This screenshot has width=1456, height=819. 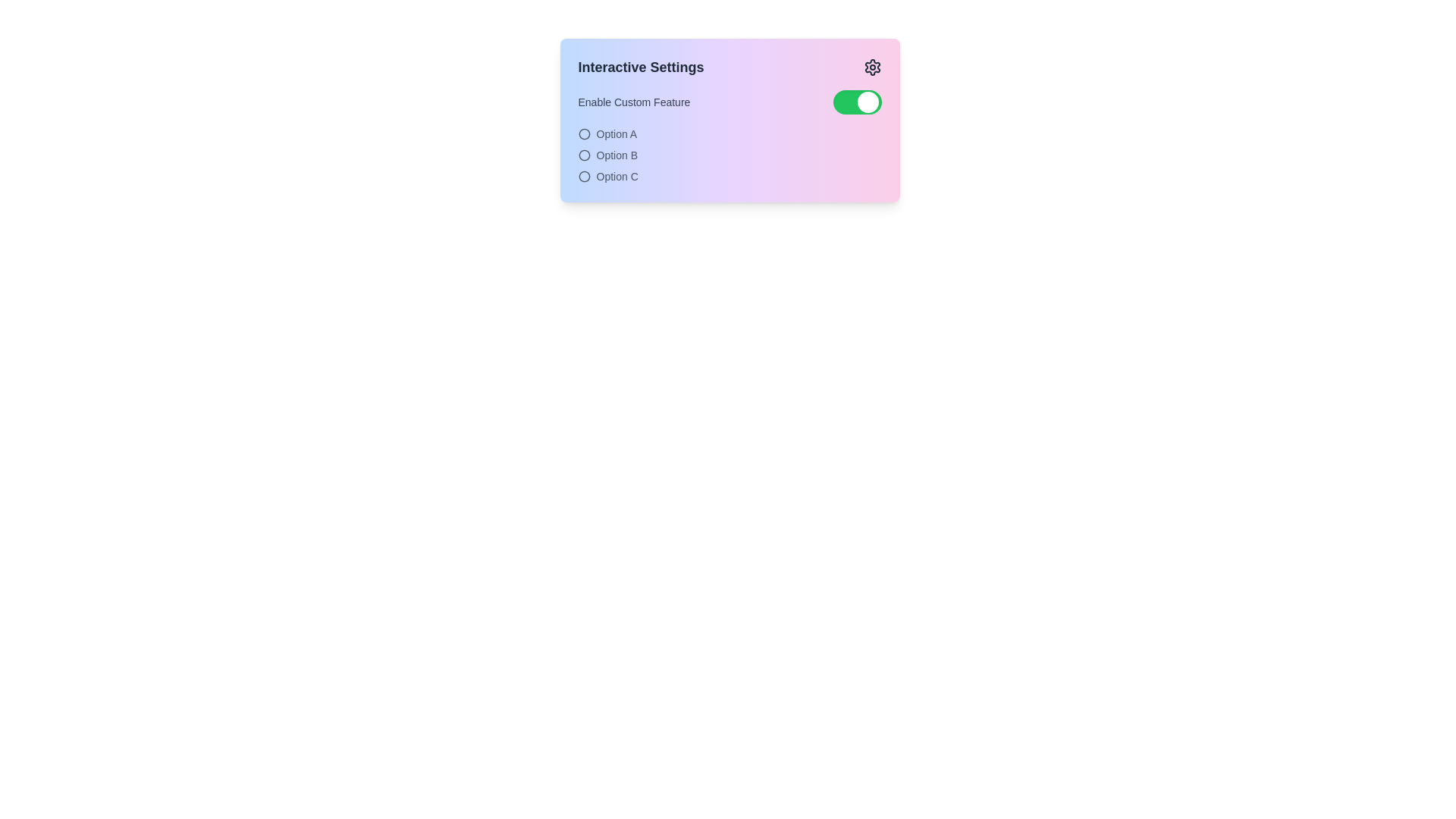 What do you see at coordinates (583, 133) in the screenshot?
I see `the first circular radio button selection indicator adjacent to the label 'Option A'` at bounding box center [583, 133].